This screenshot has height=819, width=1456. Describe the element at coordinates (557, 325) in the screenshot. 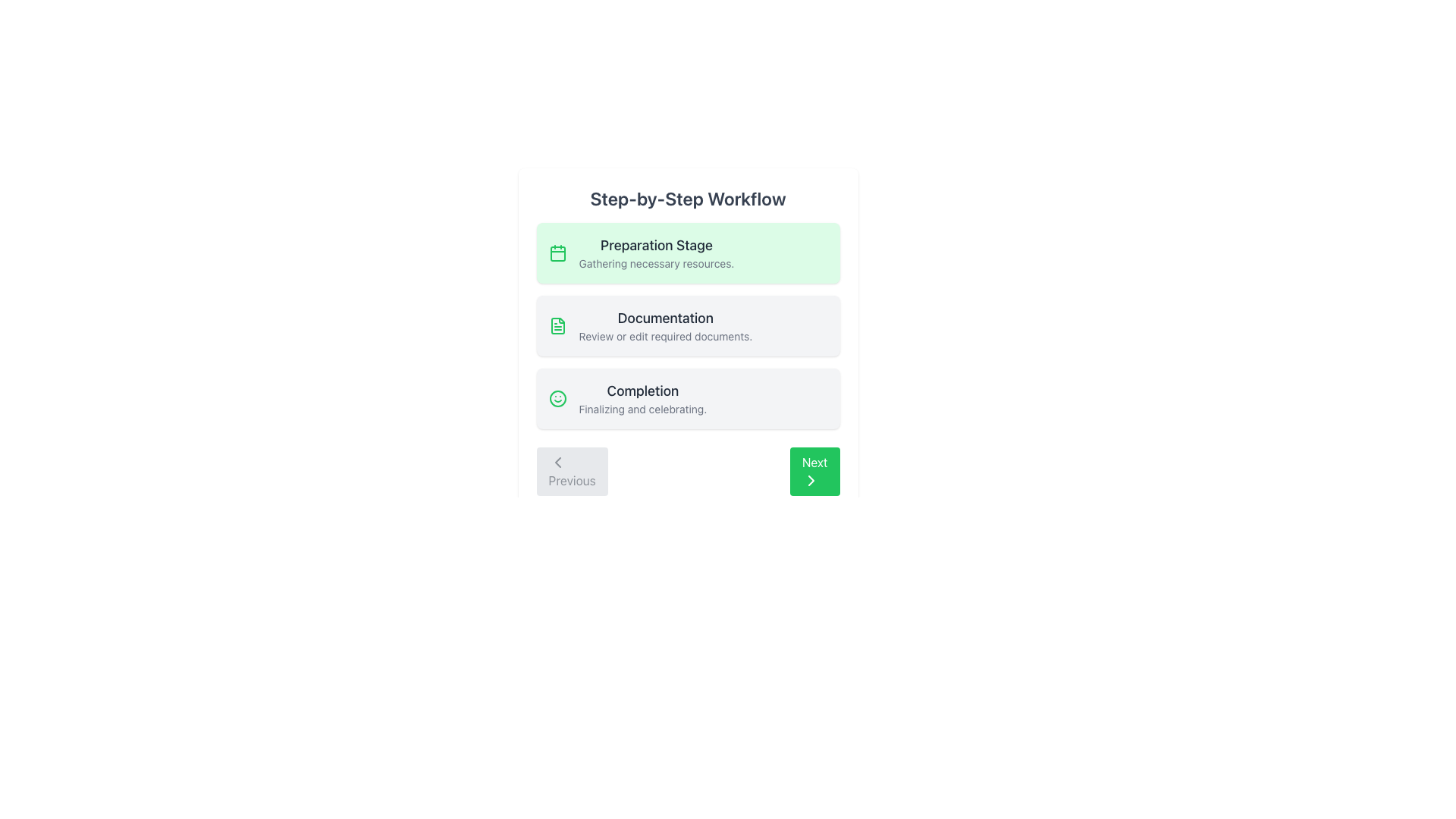

I see `the green document icon located to the left of the 'Documentation' text` at that location.